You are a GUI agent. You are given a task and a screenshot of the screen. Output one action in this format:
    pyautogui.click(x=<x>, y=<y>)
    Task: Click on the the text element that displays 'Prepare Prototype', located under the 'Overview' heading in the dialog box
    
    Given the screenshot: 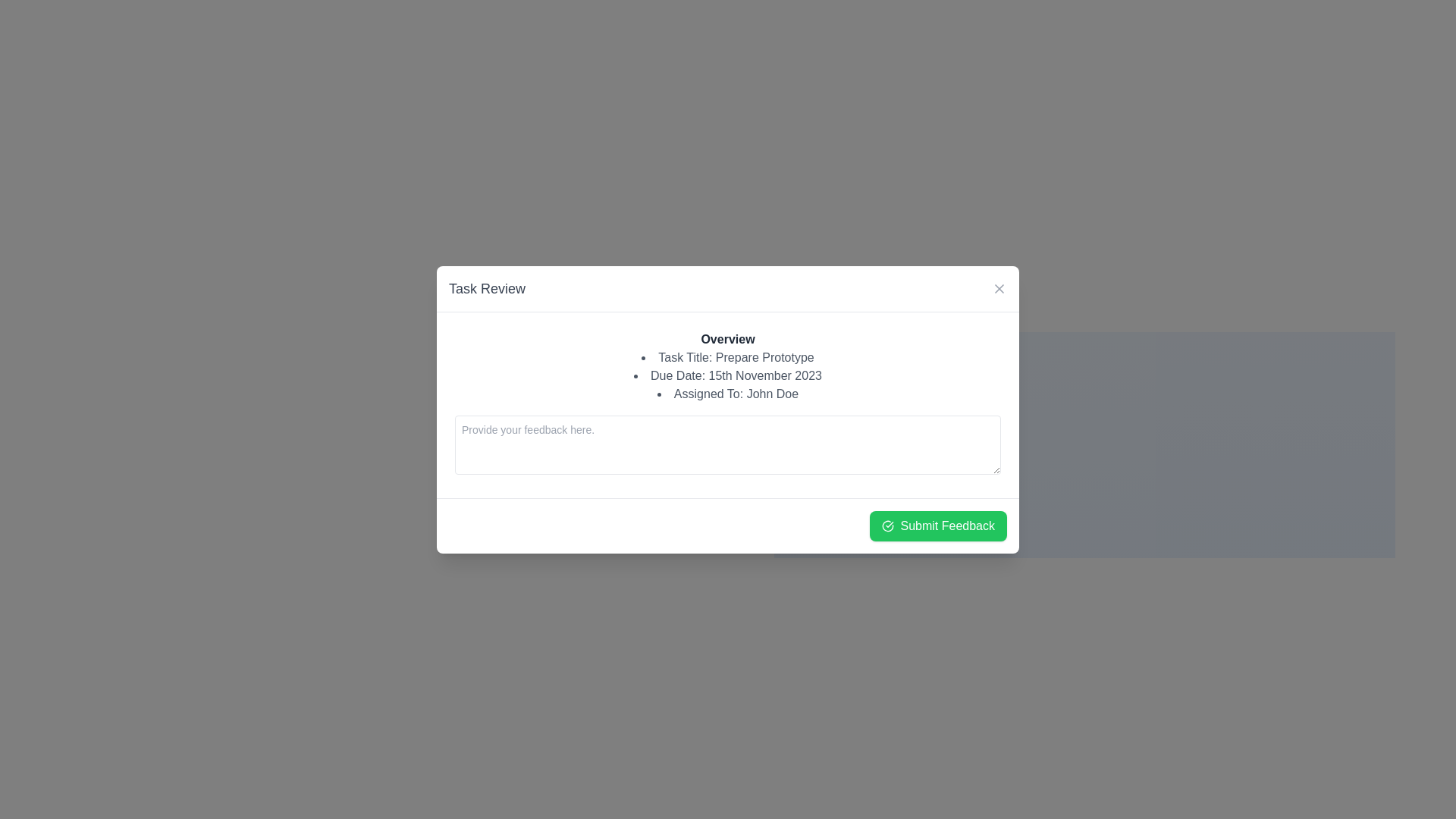 What is the action you would take?
    pyautogui.click(x=728, y=357)
    